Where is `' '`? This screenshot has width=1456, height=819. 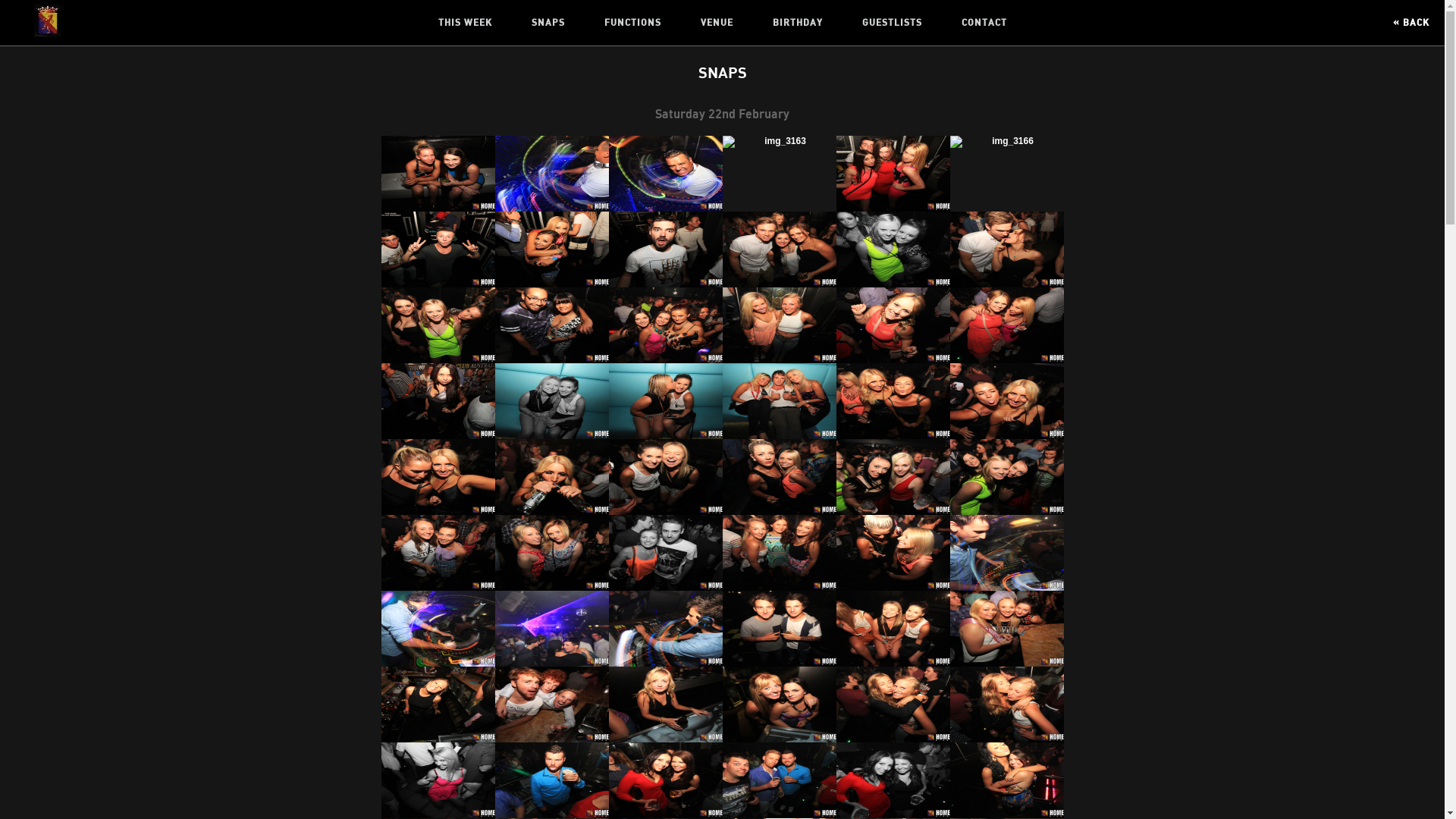 ' ' is located at coordinates (892, 553).